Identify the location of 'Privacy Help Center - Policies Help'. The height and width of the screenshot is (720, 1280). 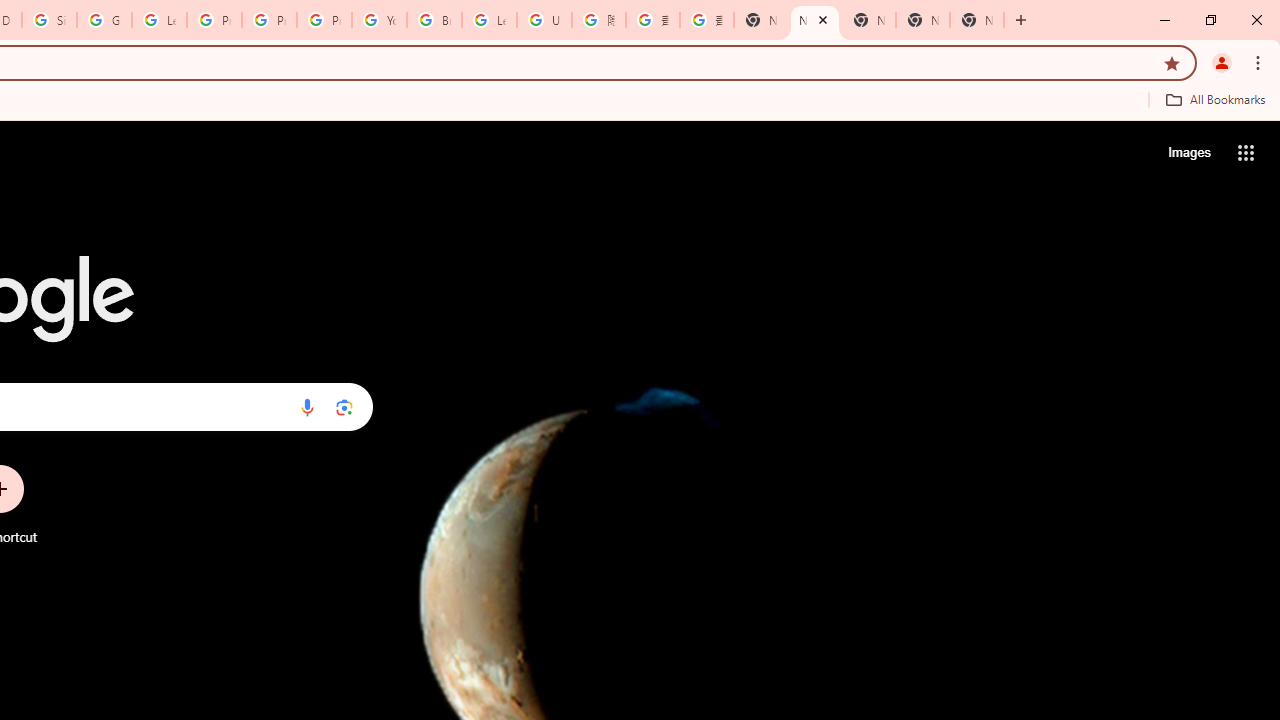
(268, 20).